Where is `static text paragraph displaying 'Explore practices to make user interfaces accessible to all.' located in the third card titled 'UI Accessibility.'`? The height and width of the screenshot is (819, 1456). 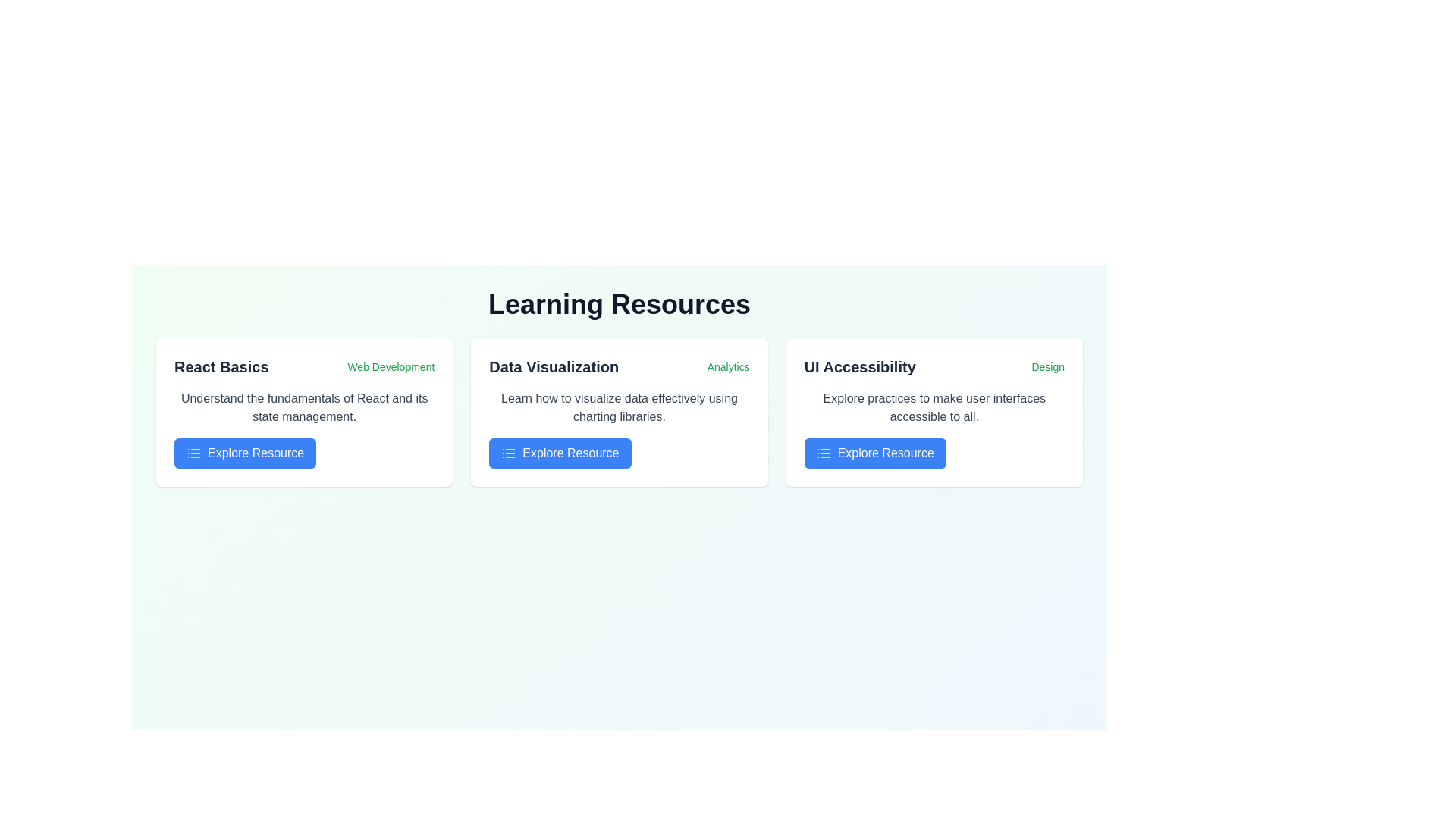
static text paragraph displaying 'Explore practices to make user interfaces accessible to all.' located in the third card titled 'UI Accessibility.' is located at coordinates (934, 406).